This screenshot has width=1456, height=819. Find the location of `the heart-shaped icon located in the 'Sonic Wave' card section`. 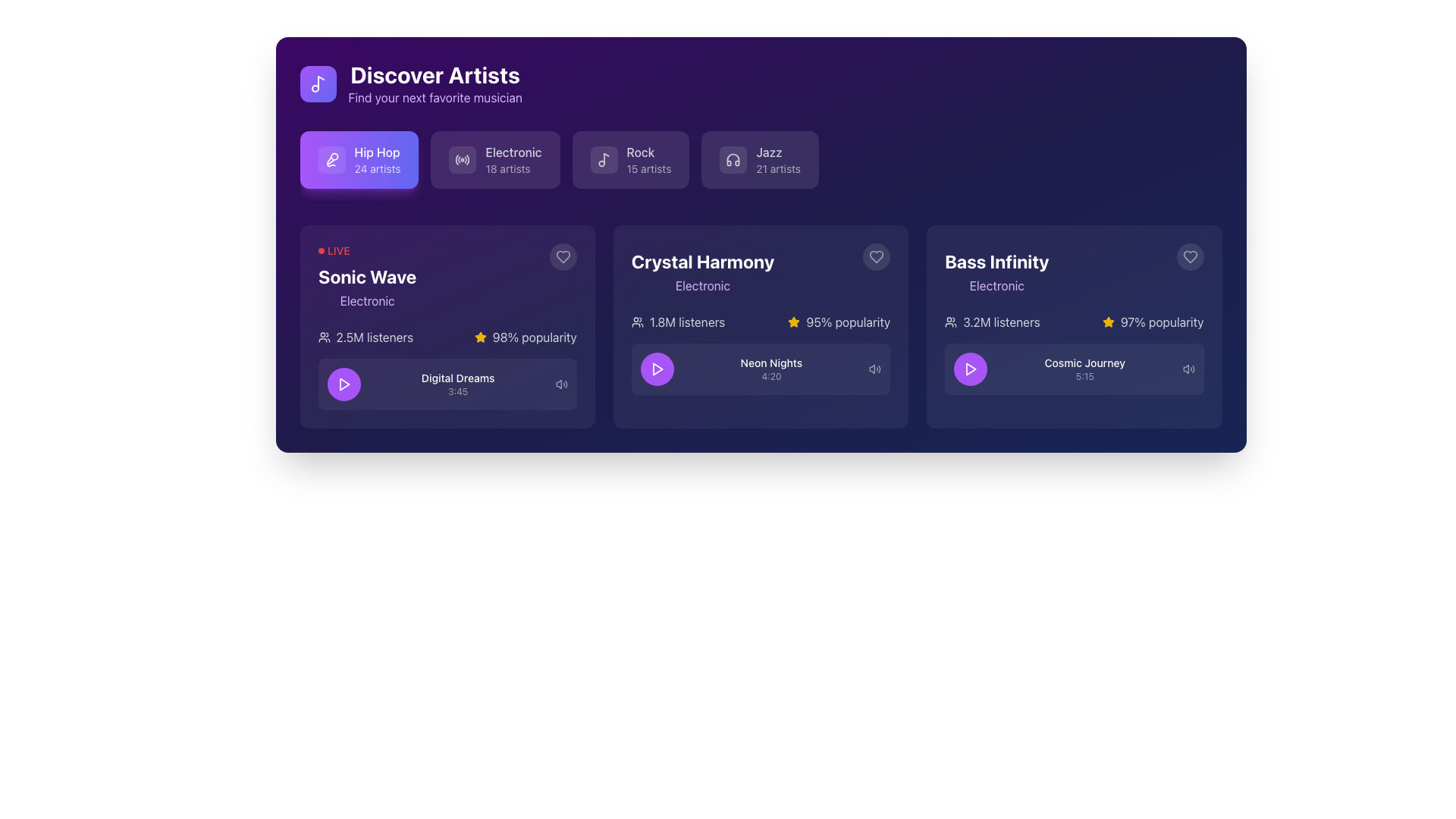

the heart-shaped icon located in the 'Sonic Wave' card section is located at coordinates (562, 256).